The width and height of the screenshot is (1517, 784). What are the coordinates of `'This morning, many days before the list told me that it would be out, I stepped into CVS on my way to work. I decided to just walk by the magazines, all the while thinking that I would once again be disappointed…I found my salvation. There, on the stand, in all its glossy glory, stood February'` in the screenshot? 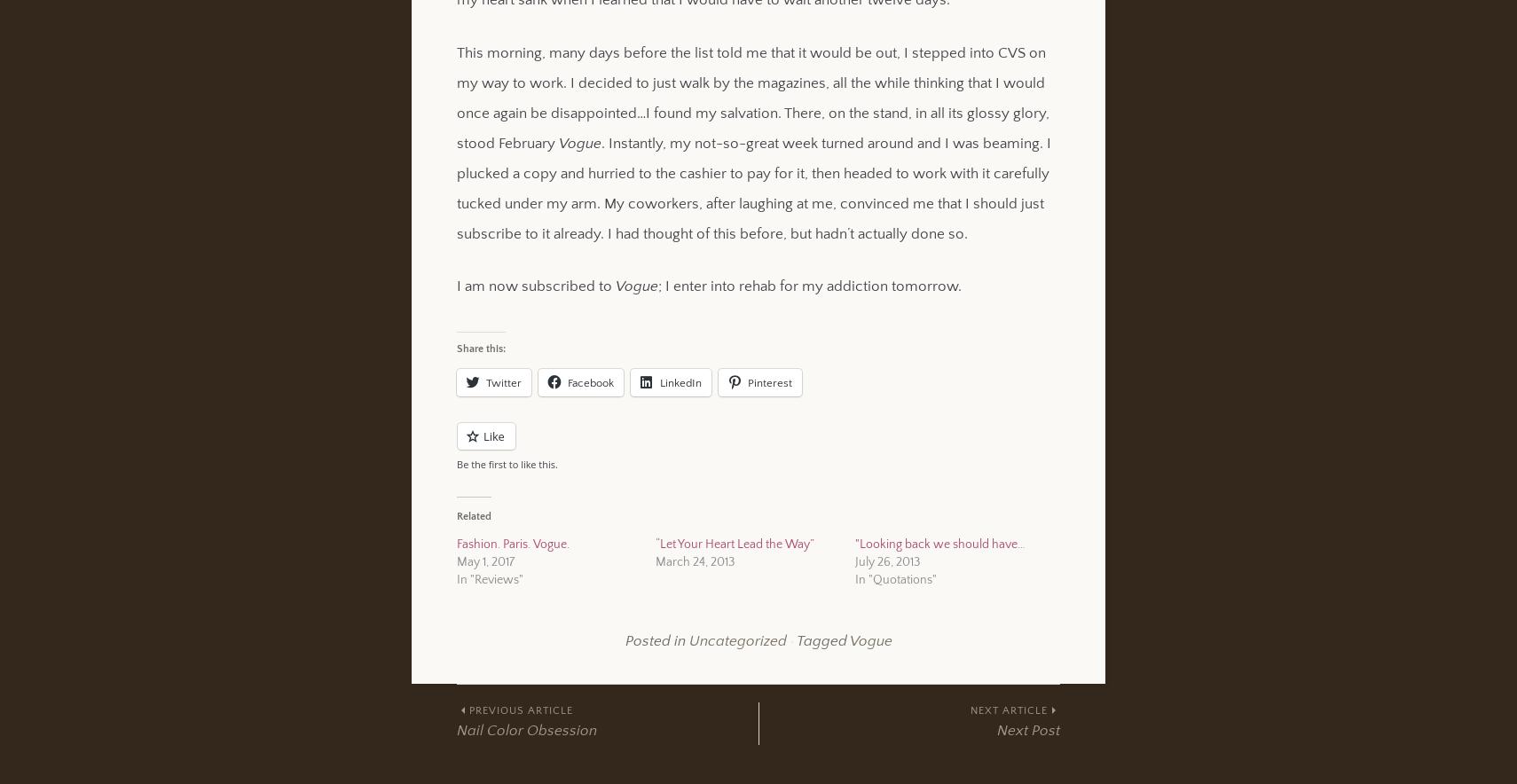 It's located at (753, 97).